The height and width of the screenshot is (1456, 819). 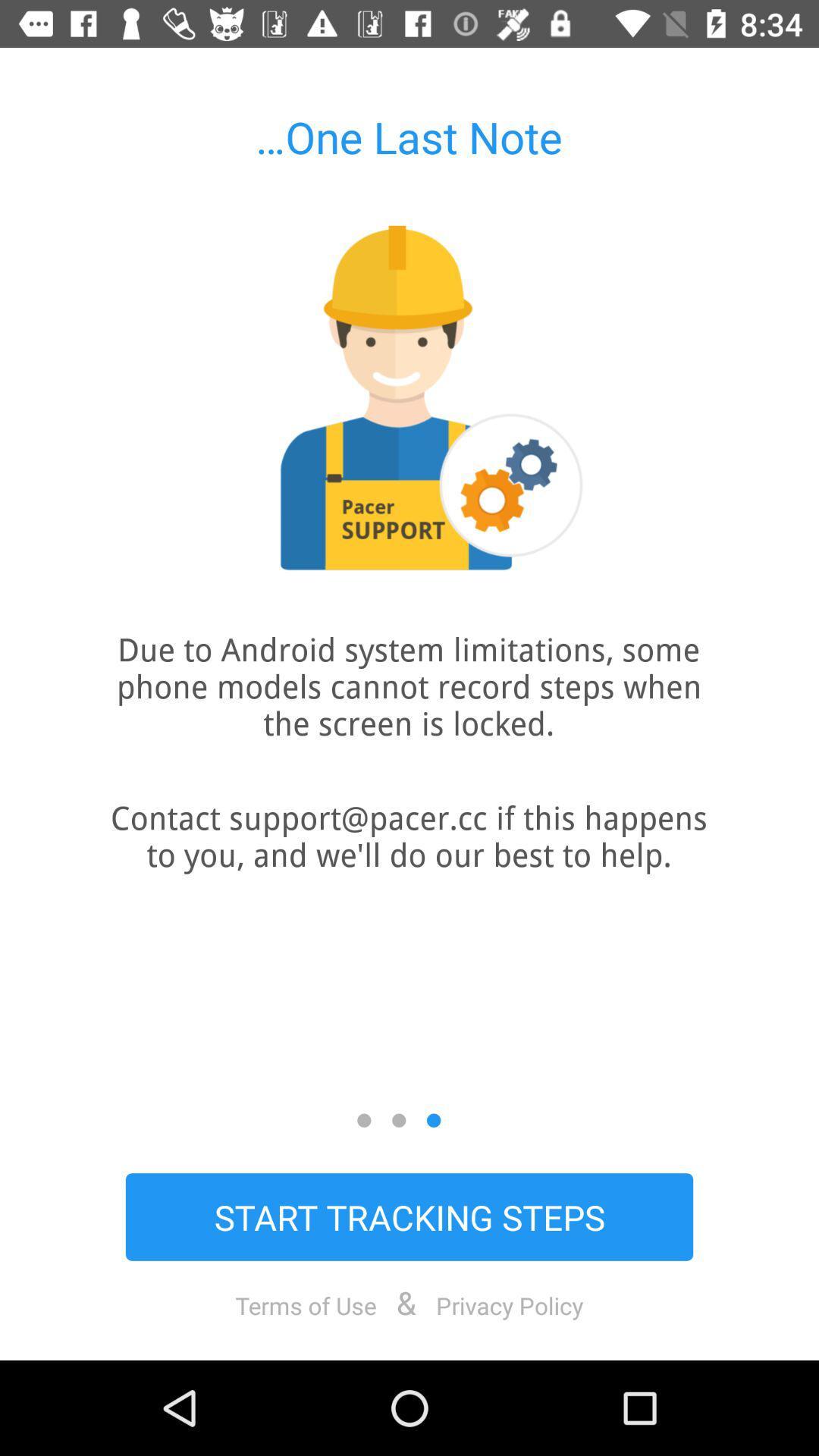 I want to click on item next to & item, so click(x=510, y=1304).